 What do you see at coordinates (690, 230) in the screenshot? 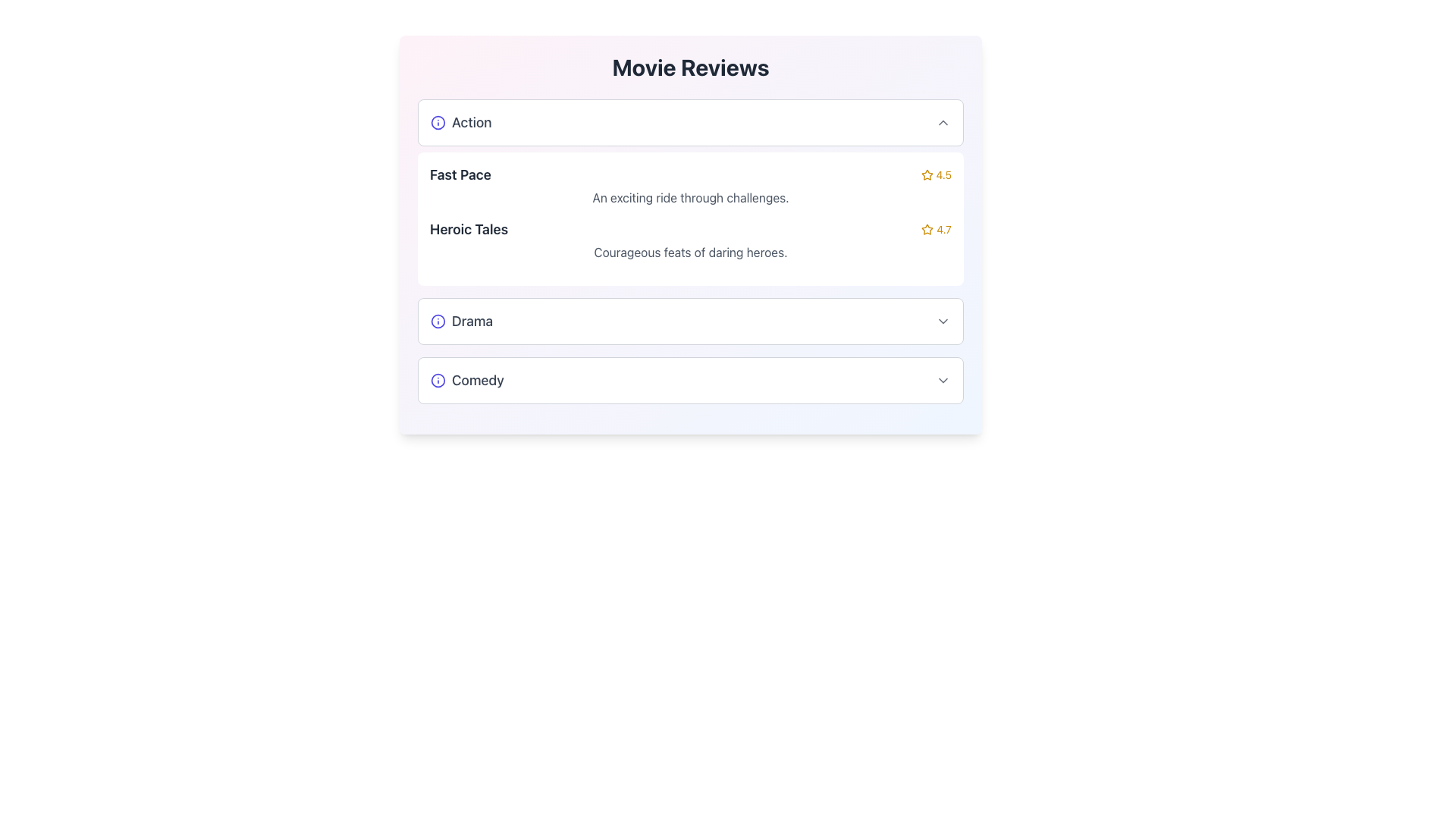
I see `the movie title label located in the 'Heroic Tales' section of the 'Movie Reviews' interface` at bounding box center [690, 230].